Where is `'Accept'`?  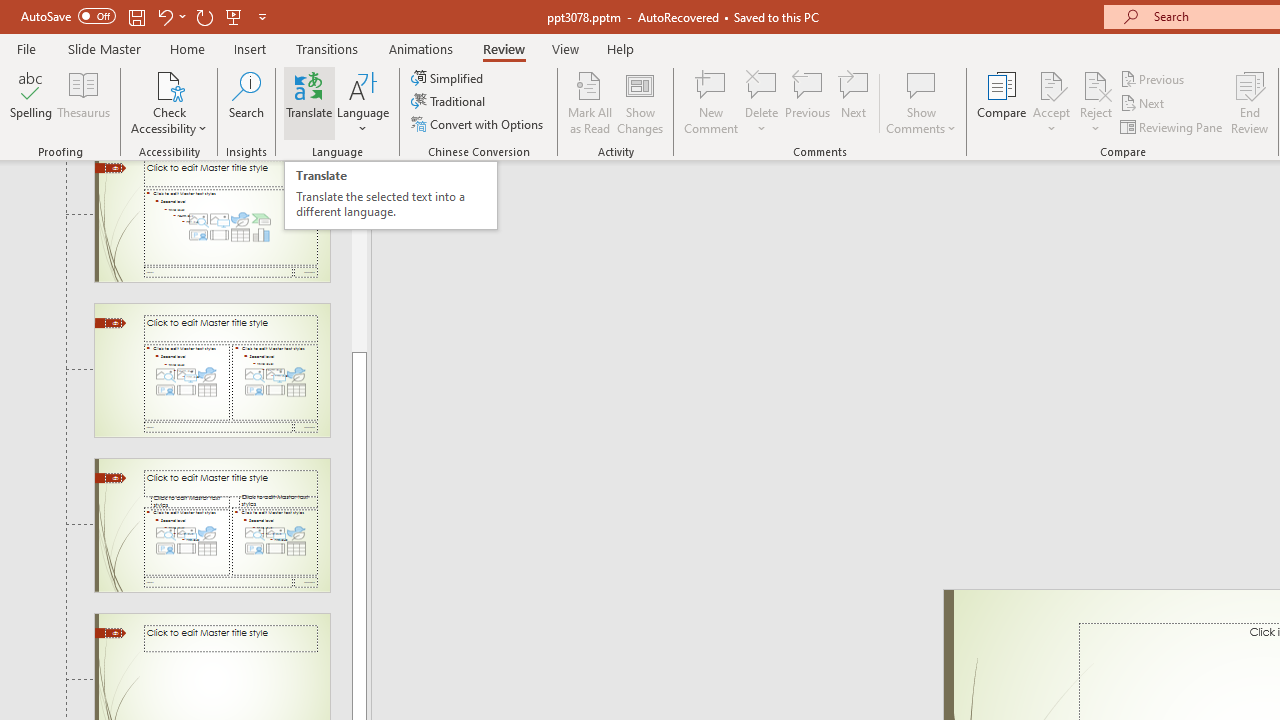 'Accept' is located at coordinates (1050, 103).